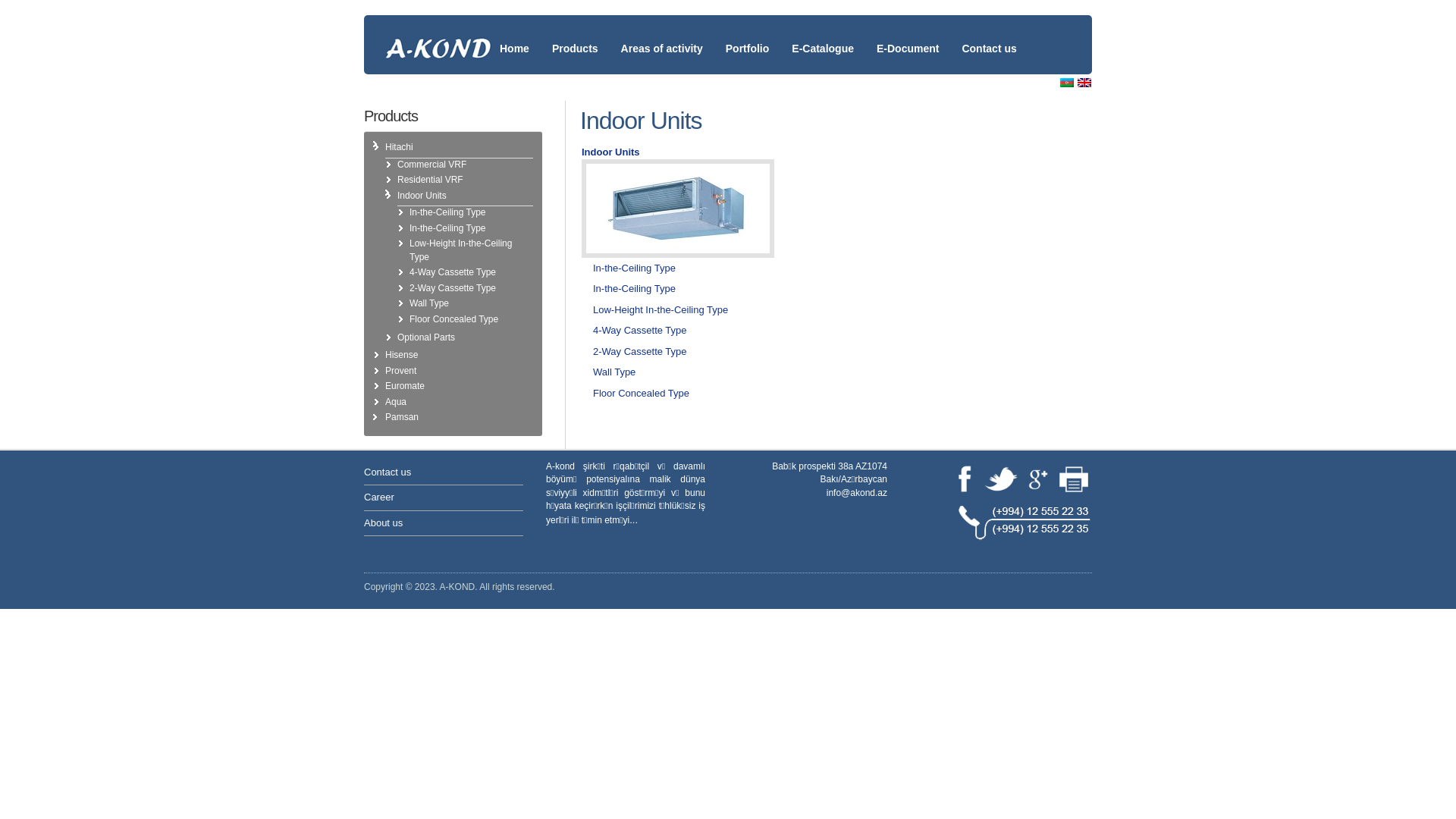  Describe the element at coordinates (409, 271) in the screenshot. I see `'4-Way Cassette Type'` at that location.